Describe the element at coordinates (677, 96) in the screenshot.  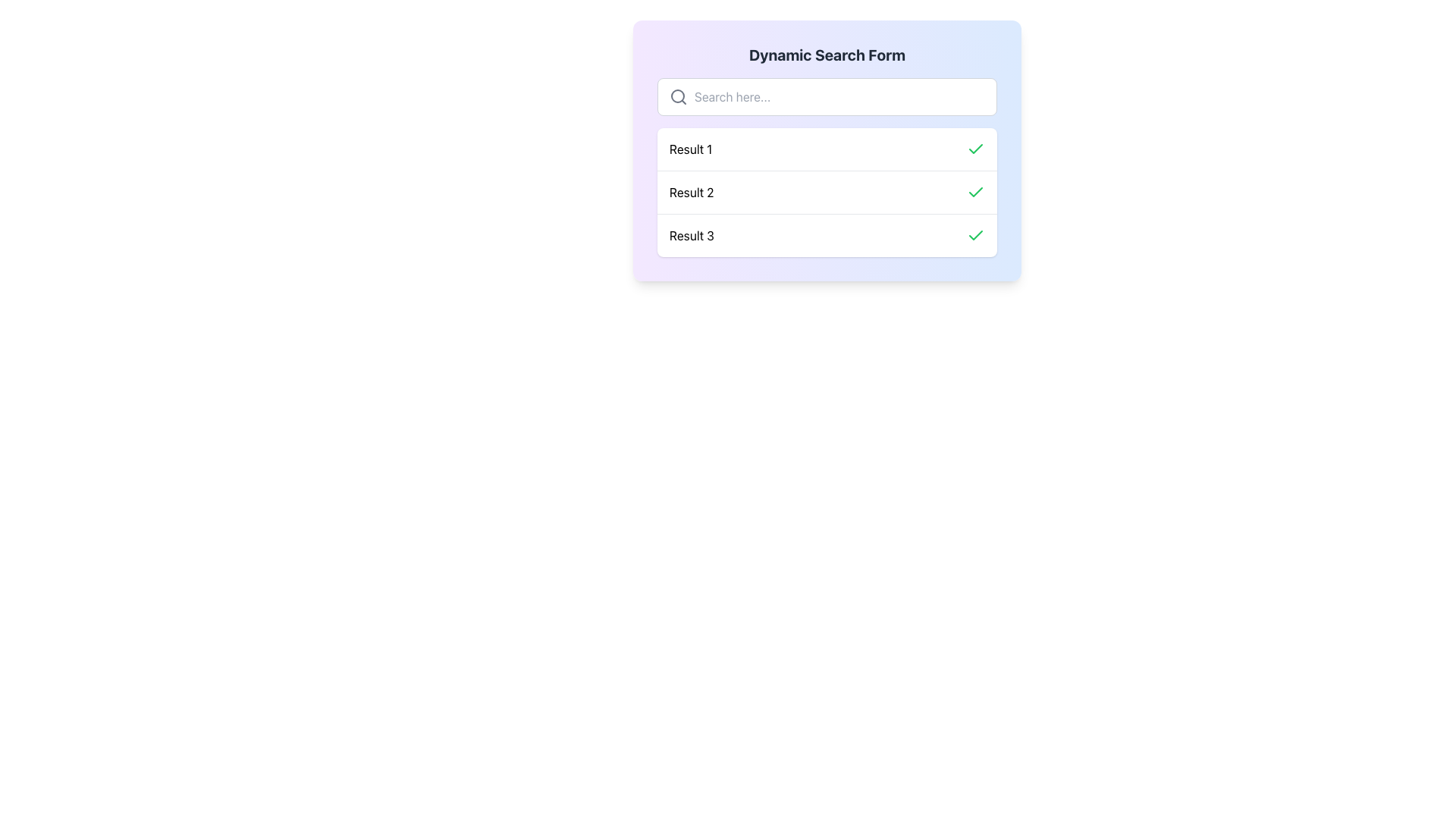
I see `the magnifying glass icon located to the left of the search input box, which serves as a visual cue for search functionality` at that location.